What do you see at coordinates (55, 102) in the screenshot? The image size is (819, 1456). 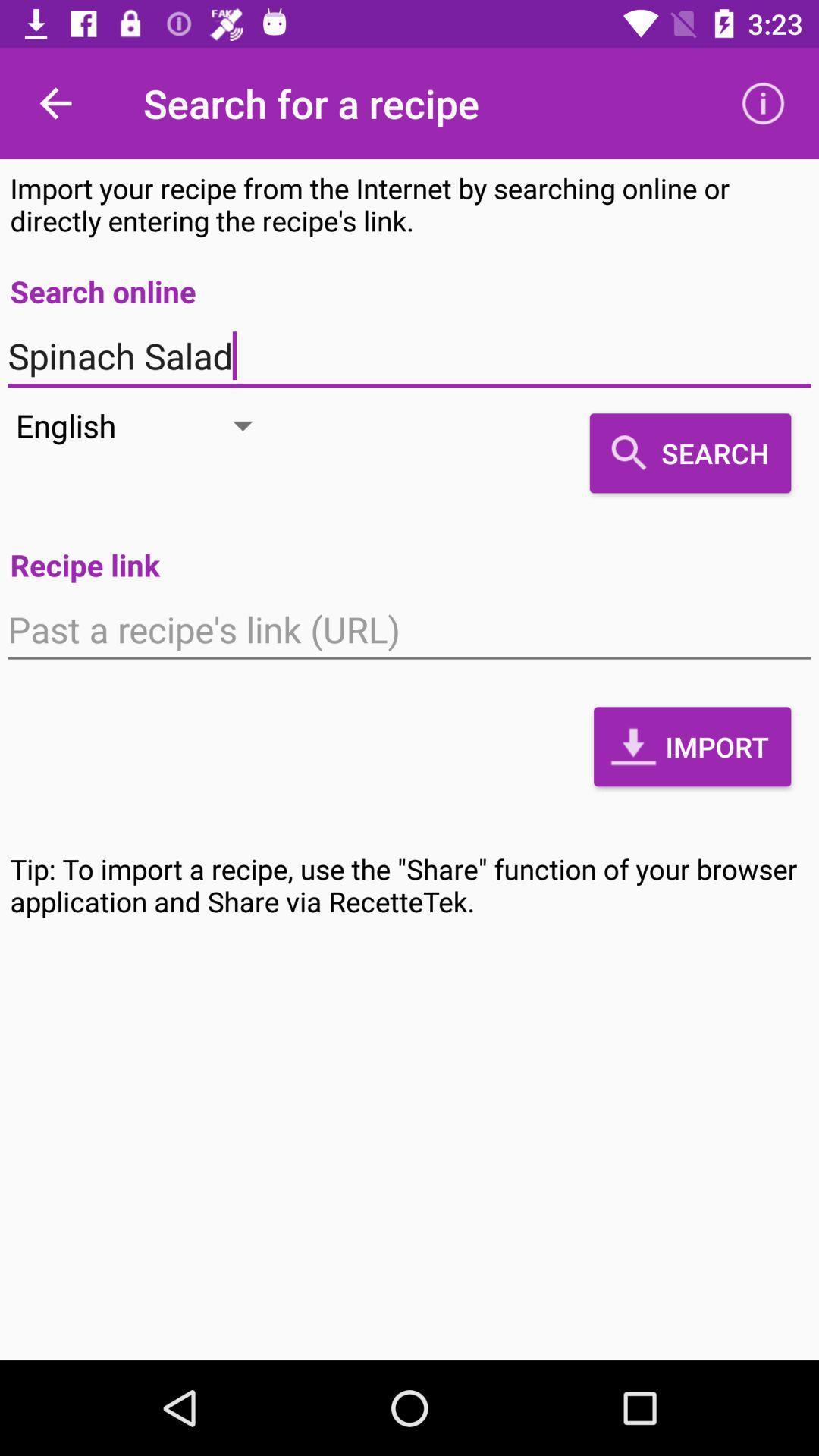 I see `the item next to the search for a icon` at bounding box center [55, 102].